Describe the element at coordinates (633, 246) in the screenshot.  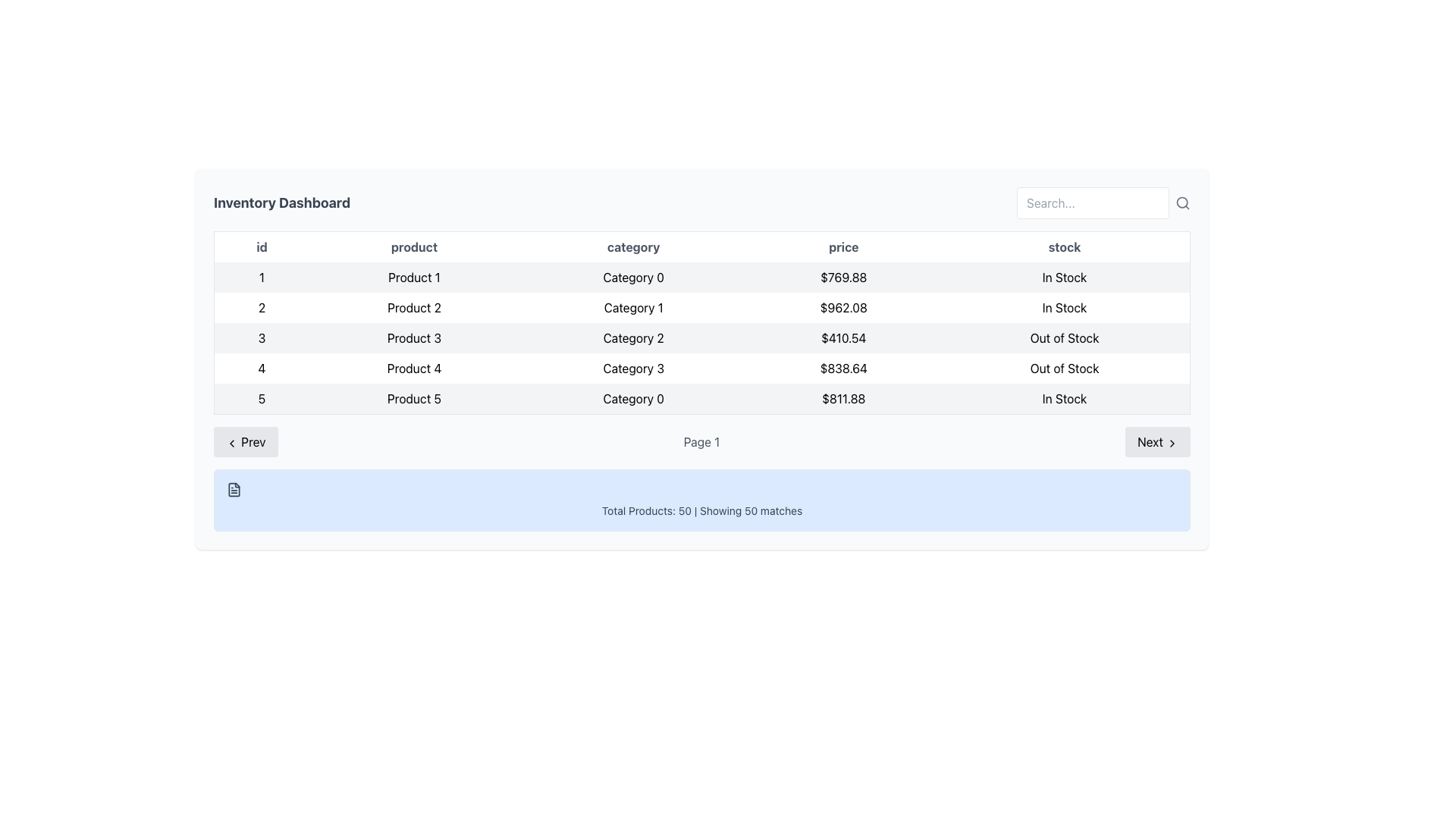
I see `the text label displaying 'category' in lowercase, which is the third column header in the table, part of the header row, aligned with other labels like 'product' and 'price'` at that location.